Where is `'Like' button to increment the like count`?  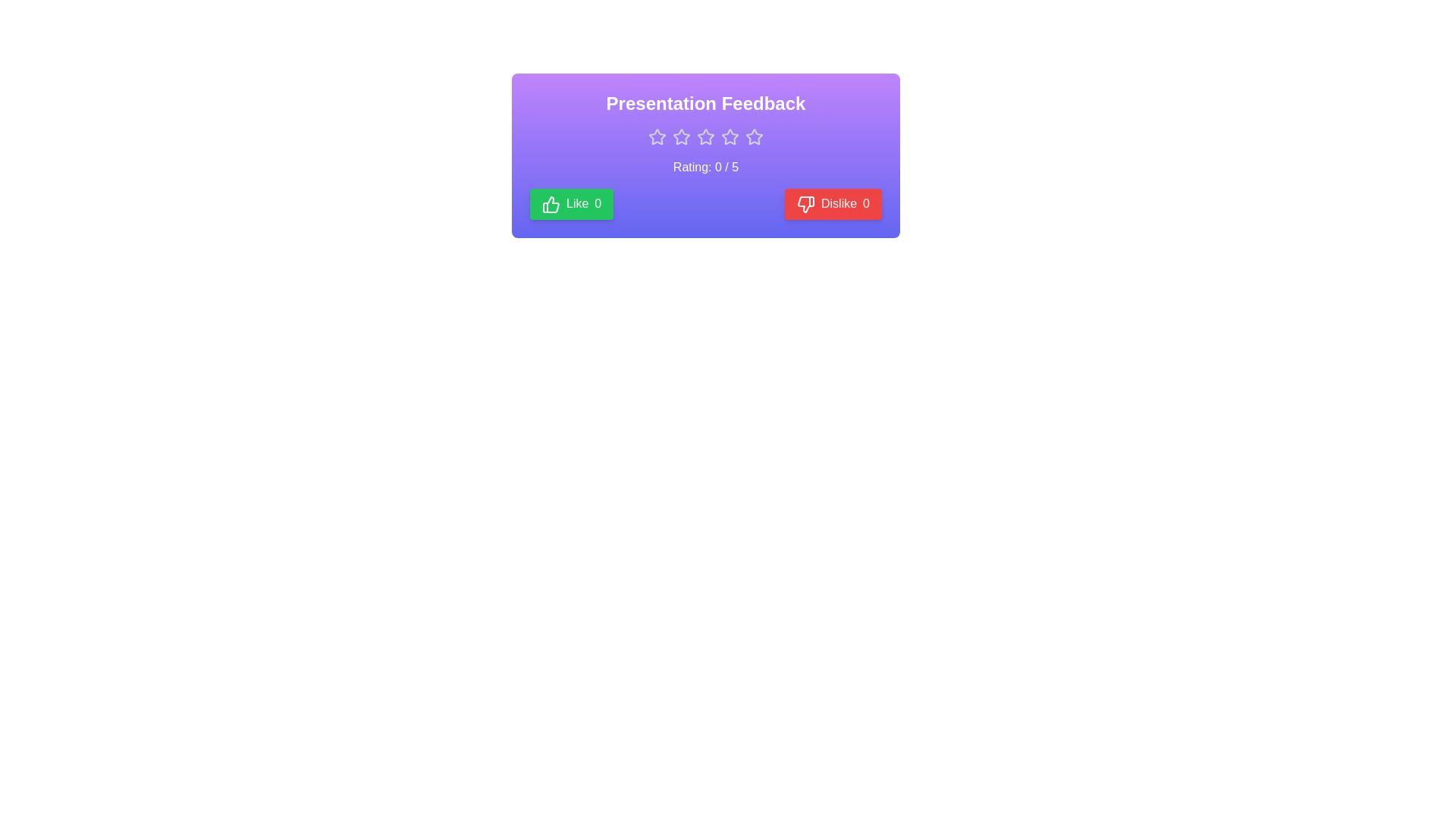 'Like' button to increment the like count is located at coordinates (570, 203).